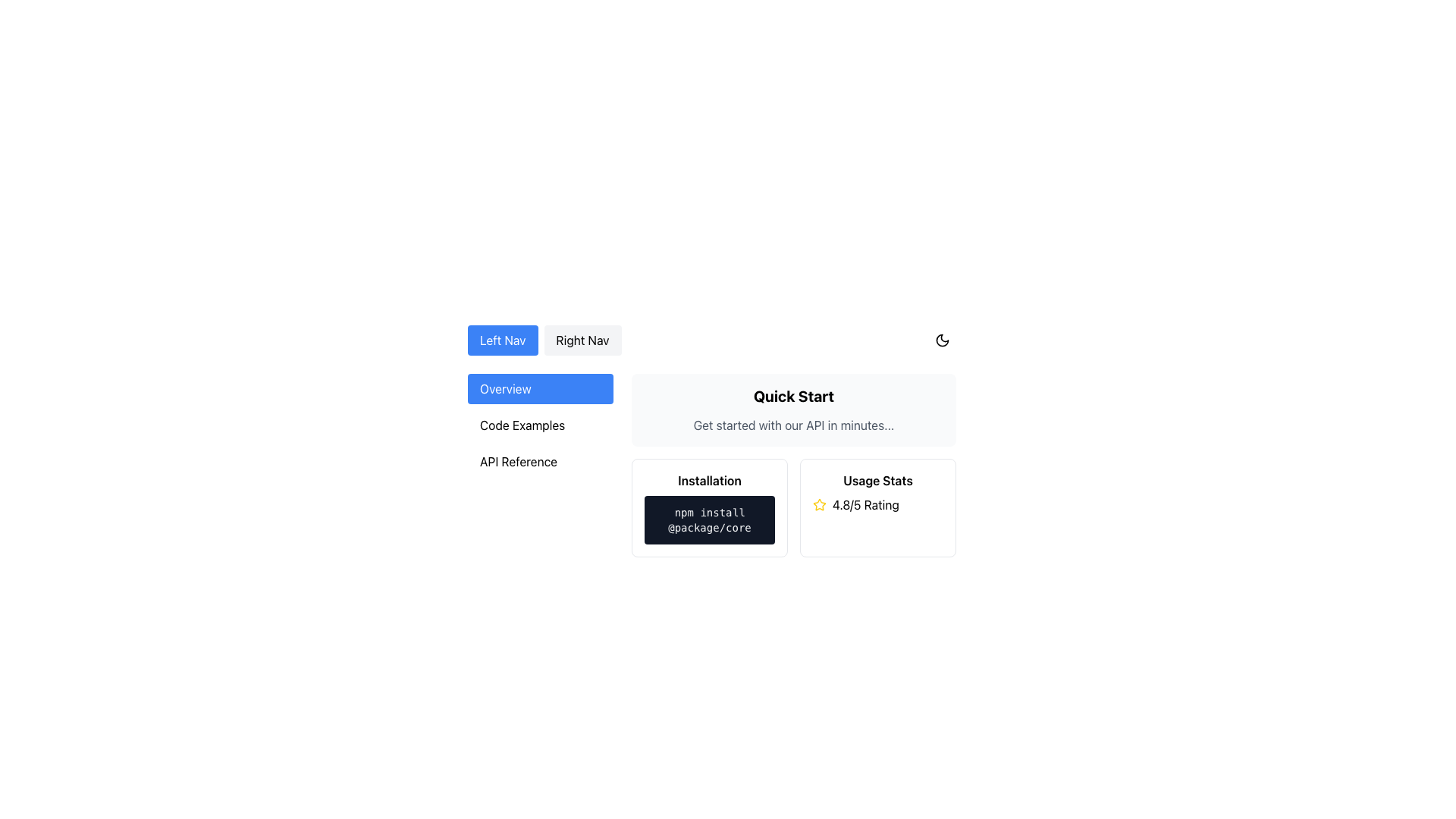 The width and height of the screenshot is (1456, 819). Describe the element at coordinates (792, 396) in the screenshot. I see `text from the Text Label that serves as a title for quick setup instructions, located in the top-right section of the interface` at that location.